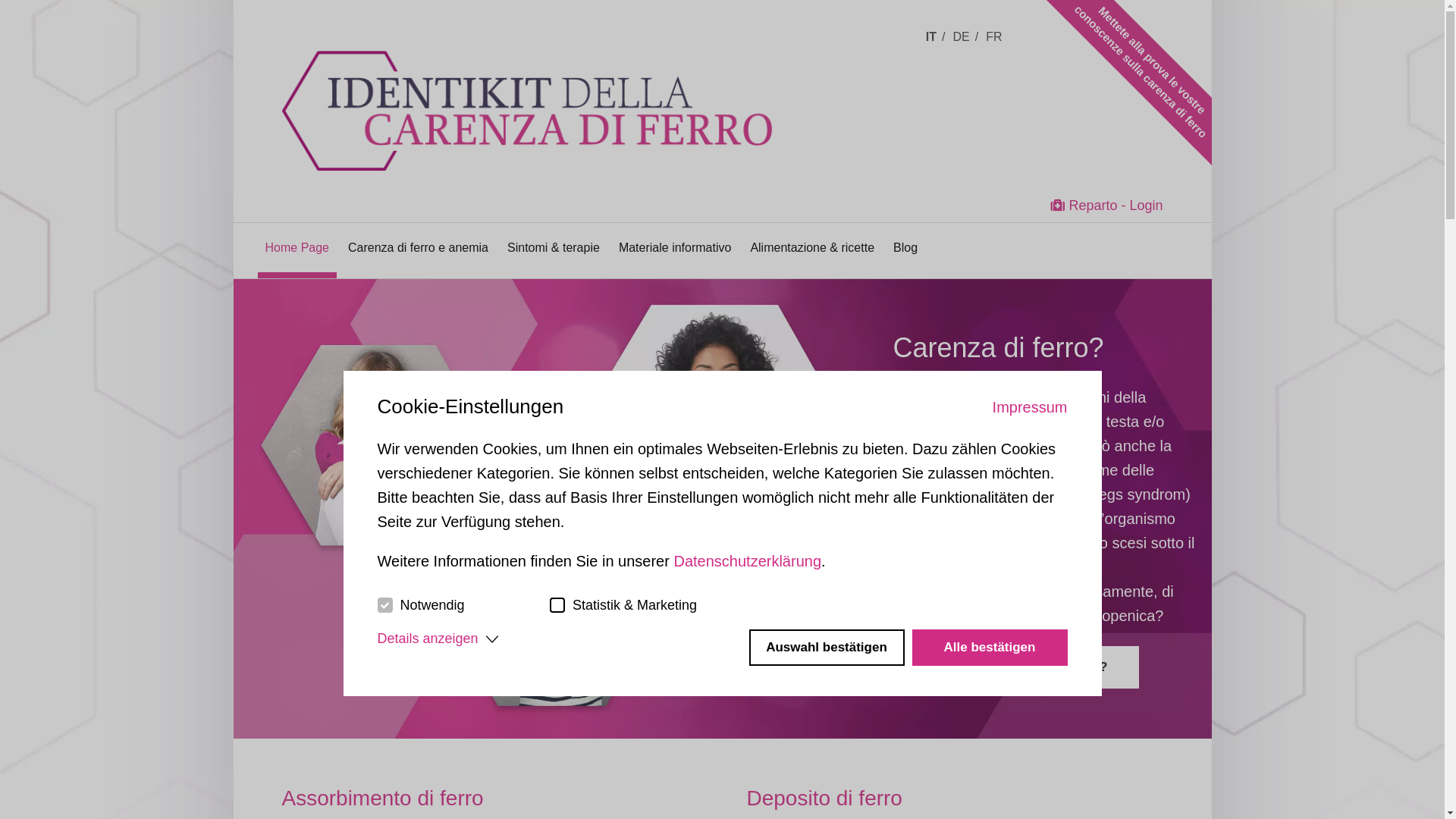 This screenshot has width=1456, height=819. What do you see at coordinates (996, 36) in the screenshot?
I see `'FR'` at bounding box center [996, 36].